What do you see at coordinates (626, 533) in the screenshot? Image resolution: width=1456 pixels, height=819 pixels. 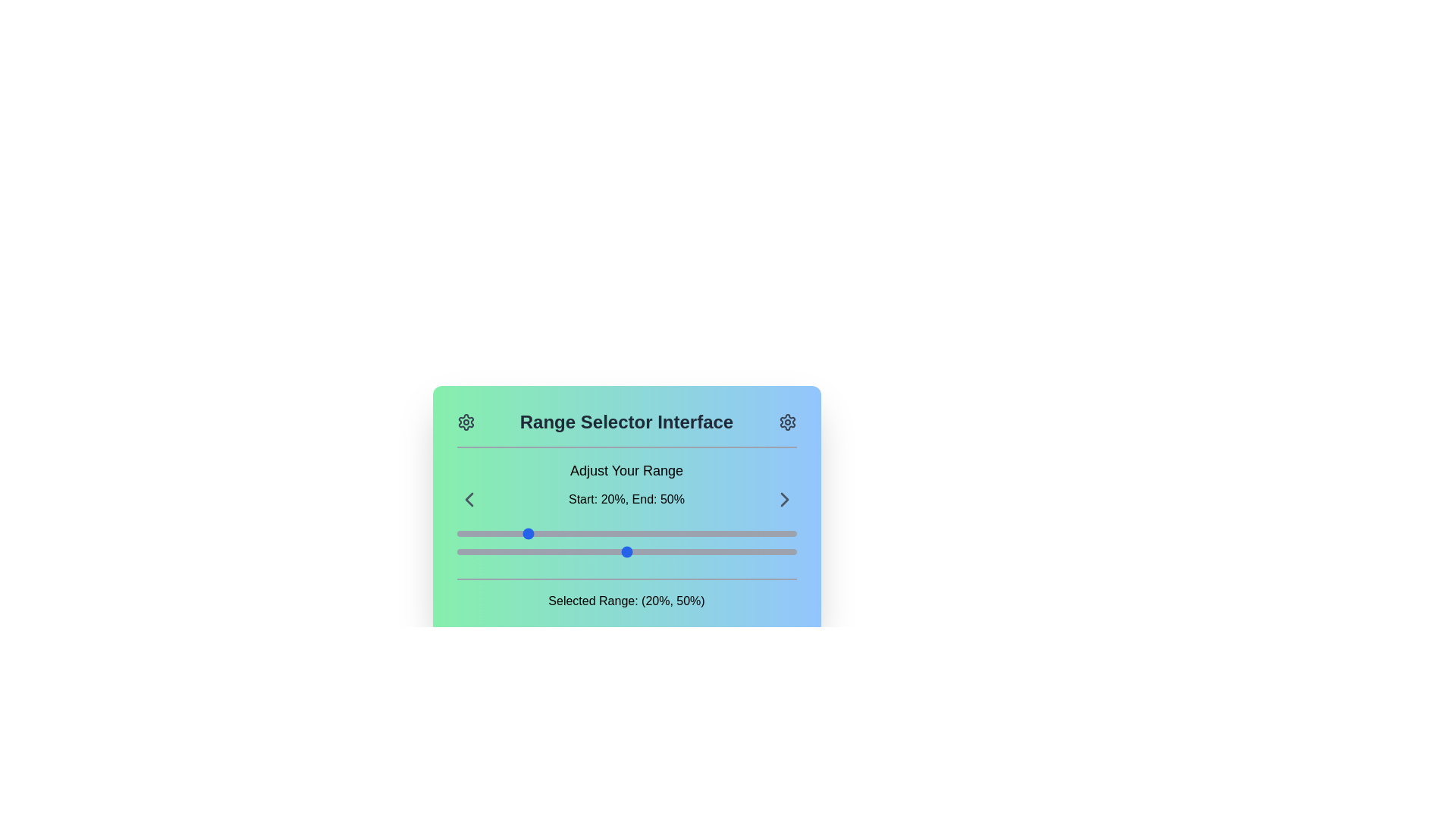 I see `the first horizontal slider located below the text 'Start: 20%, End: 50%' to change its value` at bounding box center [626, 533].